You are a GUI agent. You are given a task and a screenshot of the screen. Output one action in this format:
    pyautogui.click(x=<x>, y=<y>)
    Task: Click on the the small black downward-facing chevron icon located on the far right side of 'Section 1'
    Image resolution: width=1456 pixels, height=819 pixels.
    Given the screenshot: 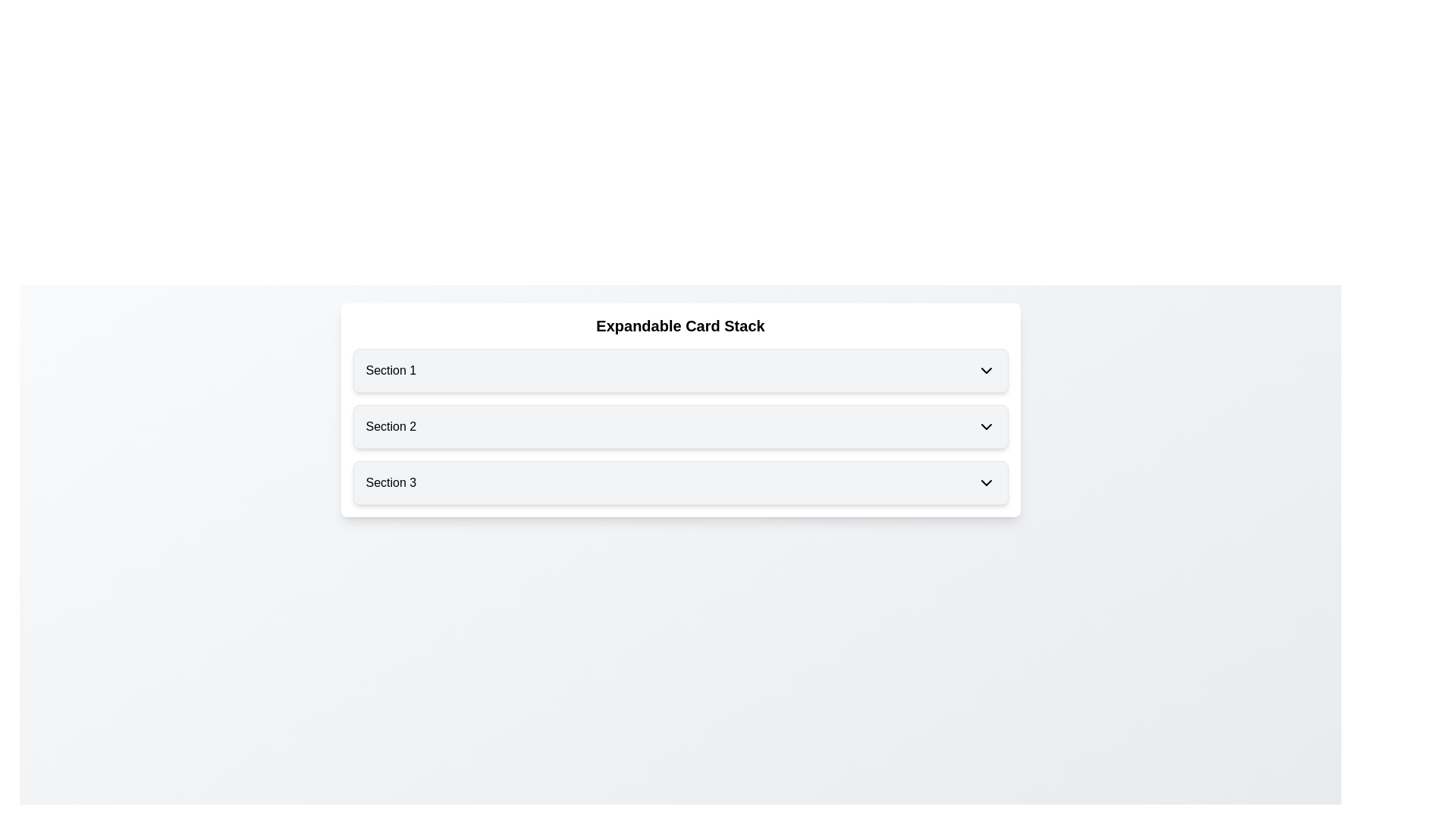 What is the action you would take?
    pyautogui.click(x=986, y=371)
    